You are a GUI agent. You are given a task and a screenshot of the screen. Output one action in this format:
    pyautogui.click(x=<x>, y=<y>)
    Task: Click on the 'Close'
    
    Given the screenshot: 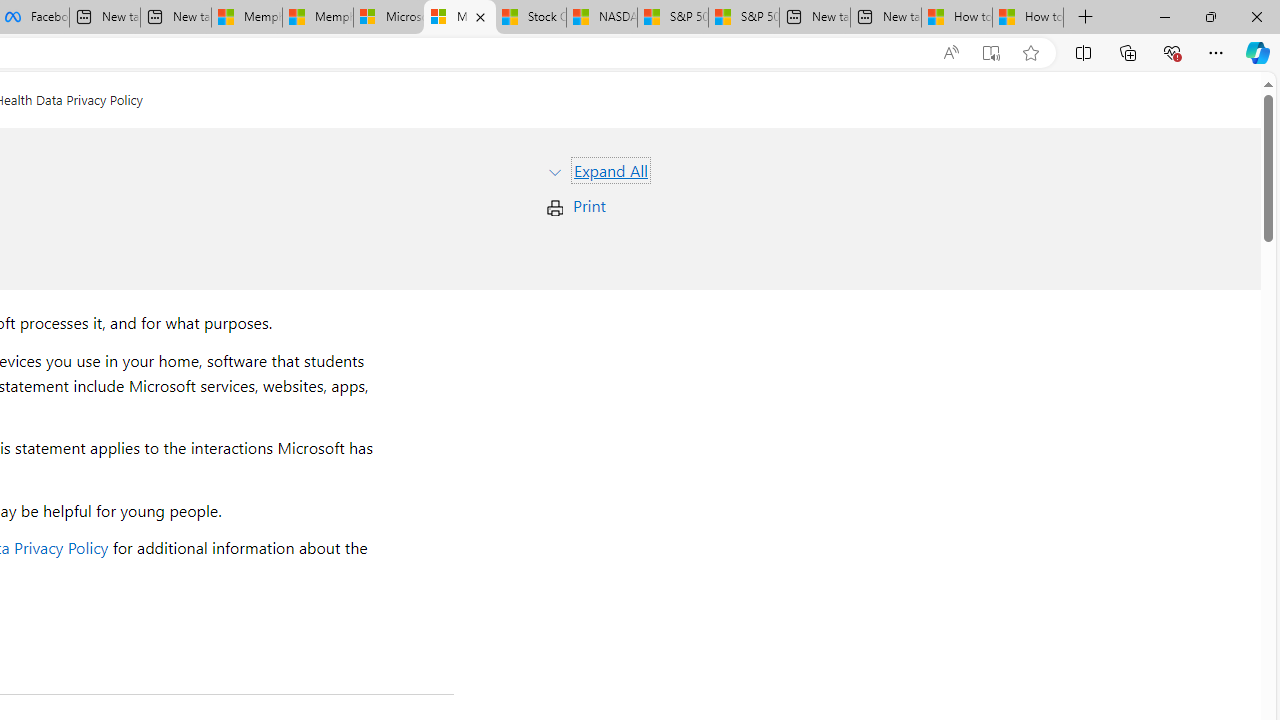 What is the action you would take?
    pyautogui.click(x=1255, y=16)
    